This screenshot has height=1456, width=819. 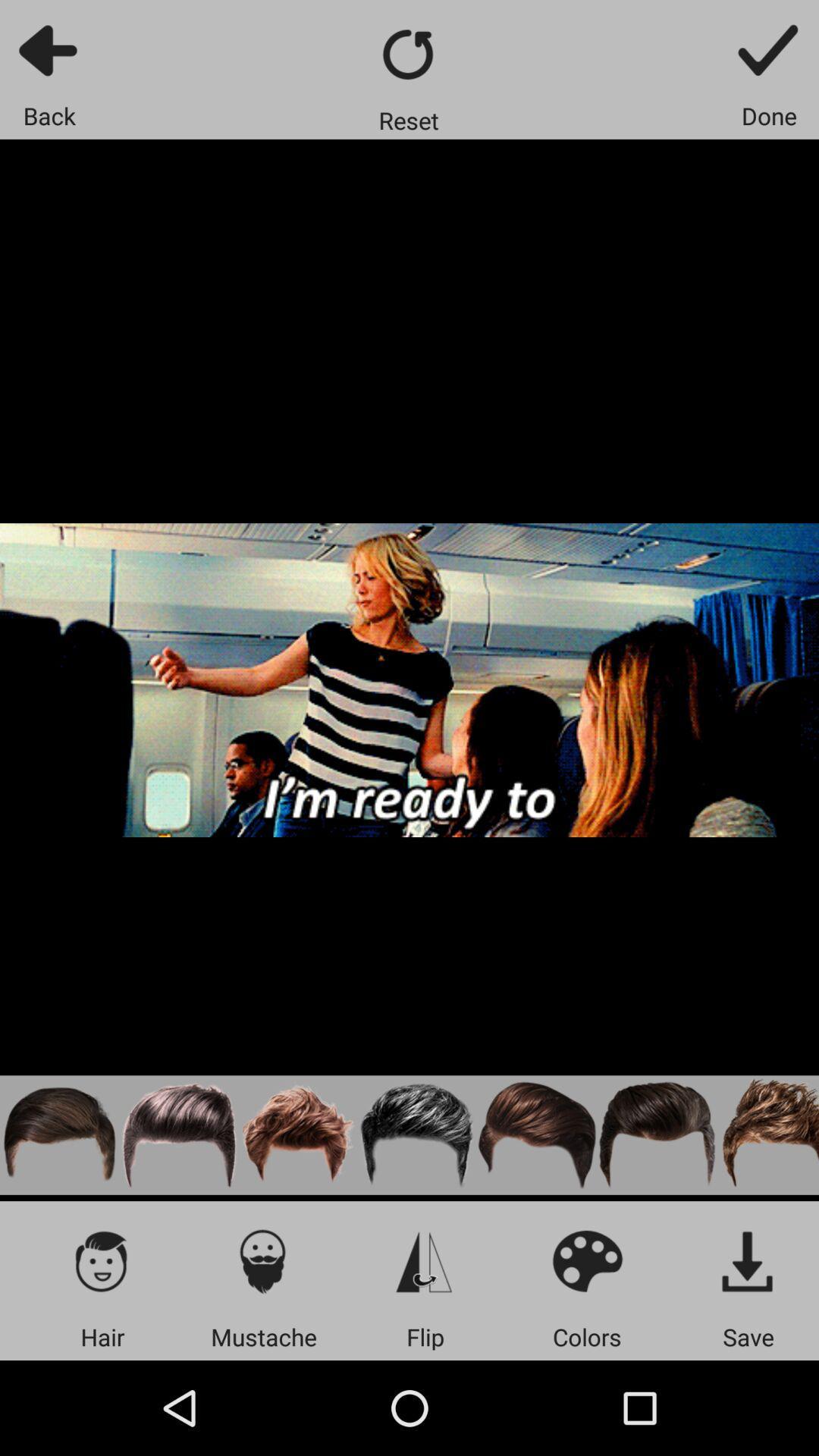 I want to click on the item above the save app, so click(x=748, y=1260).